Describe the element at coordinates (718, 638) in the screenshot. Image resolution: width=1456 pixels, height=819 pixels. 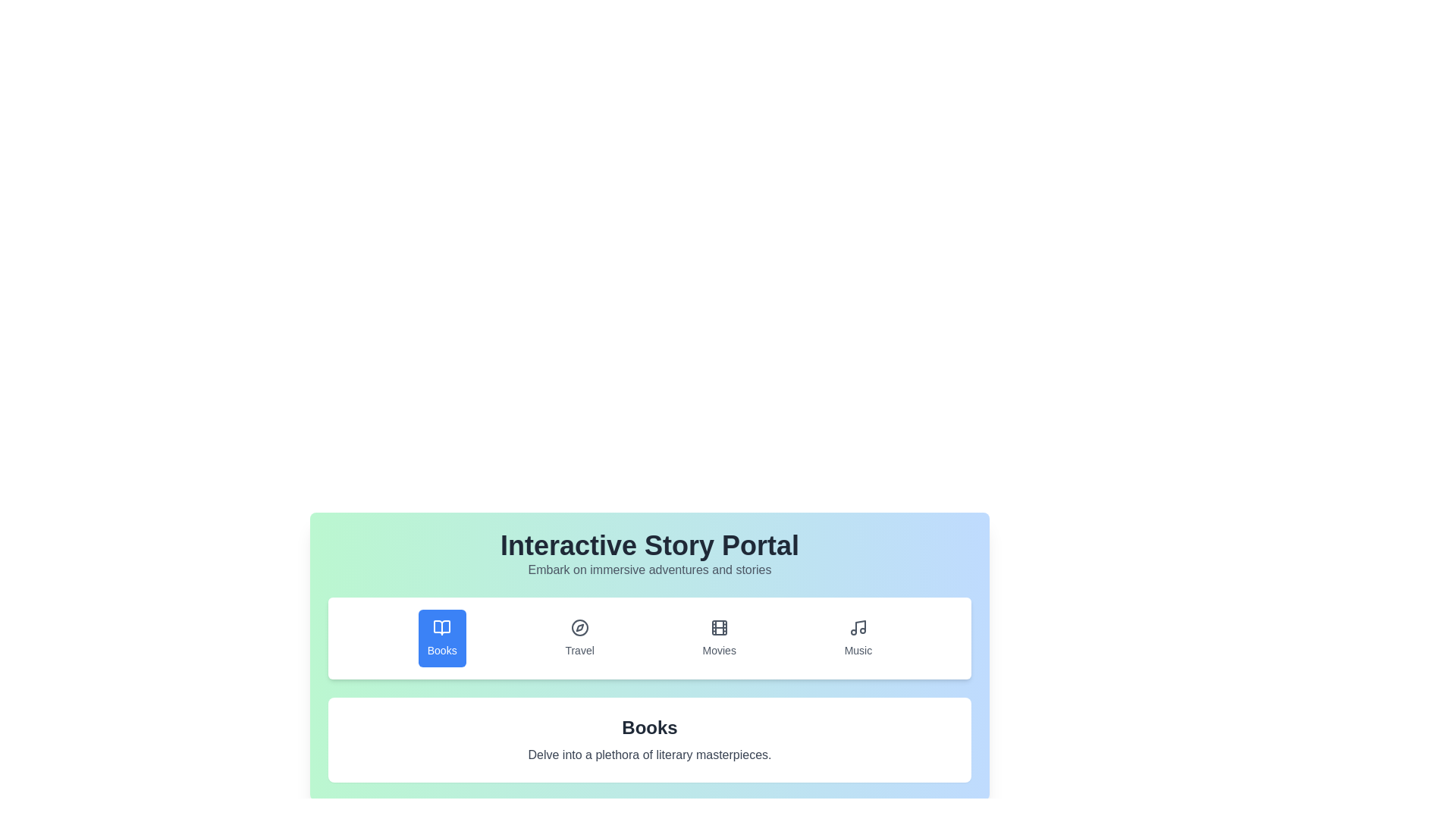
I see `the third button in the horizontal row of buttons related to movies, located on a light-colored card below the 'Interactive Story Portal' title` at that location.